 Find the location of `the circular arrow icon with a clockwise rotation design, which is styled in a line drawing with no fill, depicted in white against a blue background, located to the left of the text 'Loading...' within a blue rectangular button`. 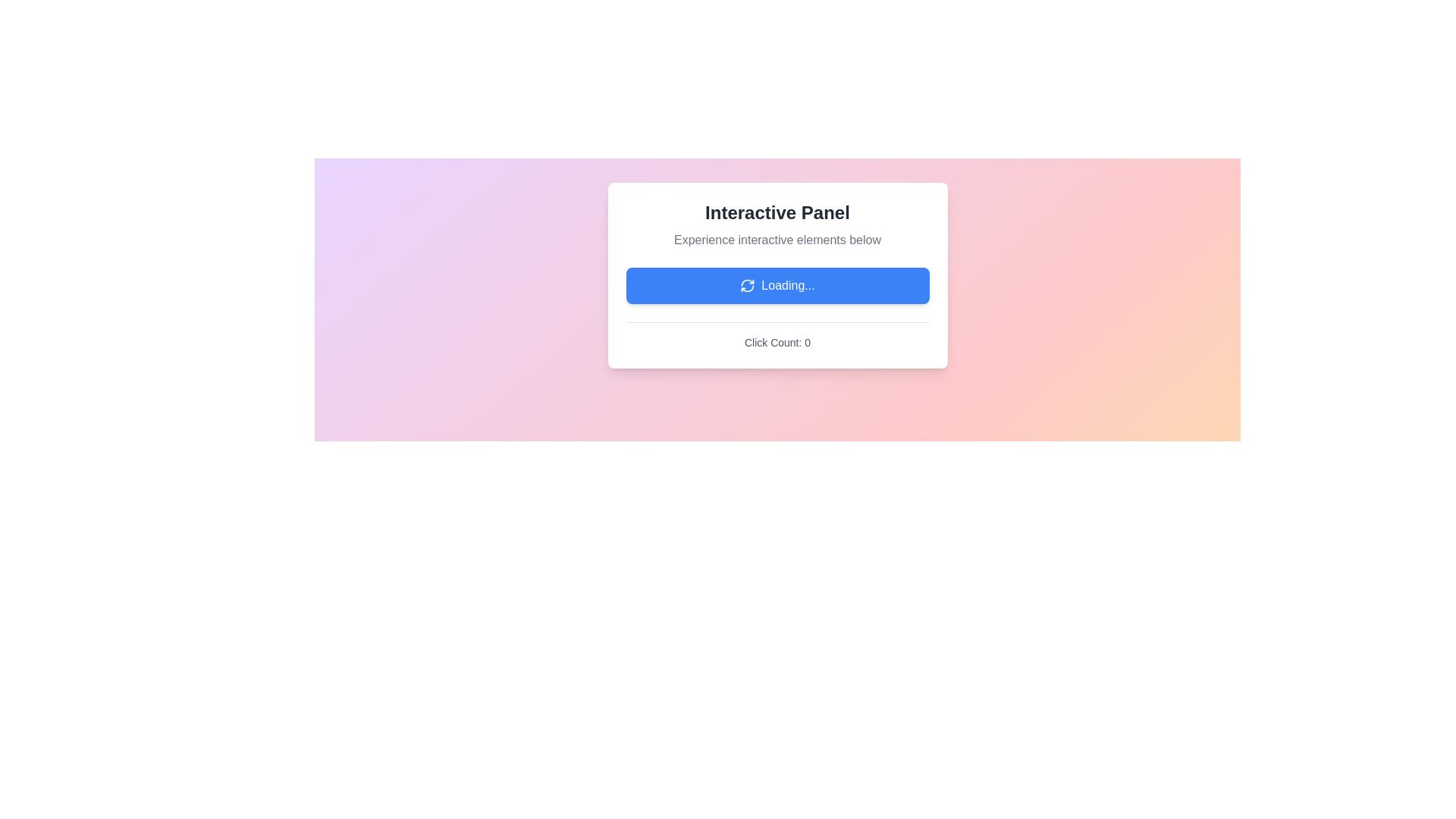

the circular arrow icon with a clockwise rotation design, which is styled in a line drawing with no fill, depicted in white against a blue background, located to the left of the text 'Loading...' within a blue rectangular button is located at coordinates (748, 286).